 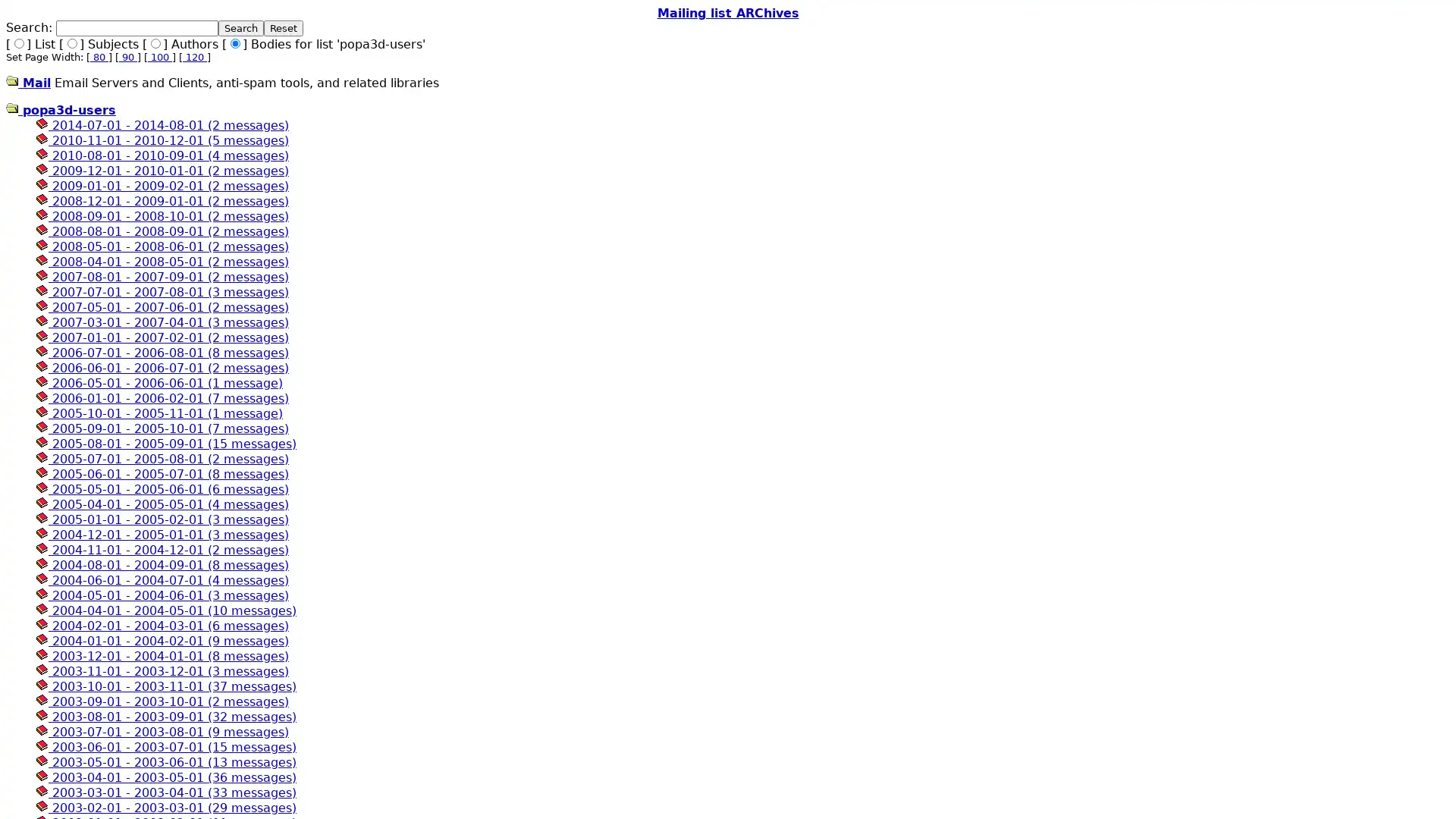 What do you see at coordinates (284, 28) in the screenshot?
I see `Reset` at bounding box center [284, 28].